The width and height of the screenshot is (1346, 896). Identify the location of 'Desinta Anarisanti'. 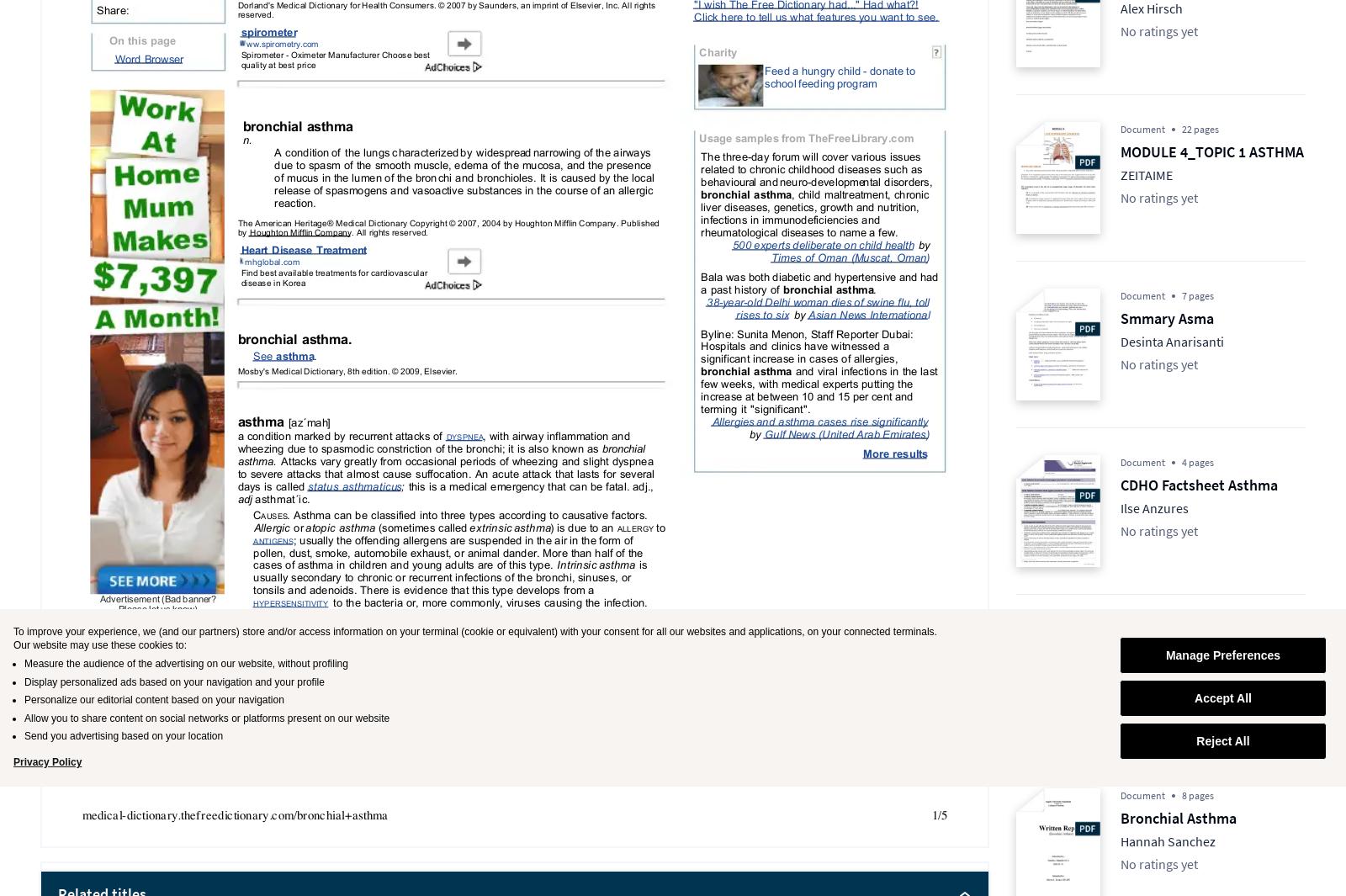
(1171, 340).